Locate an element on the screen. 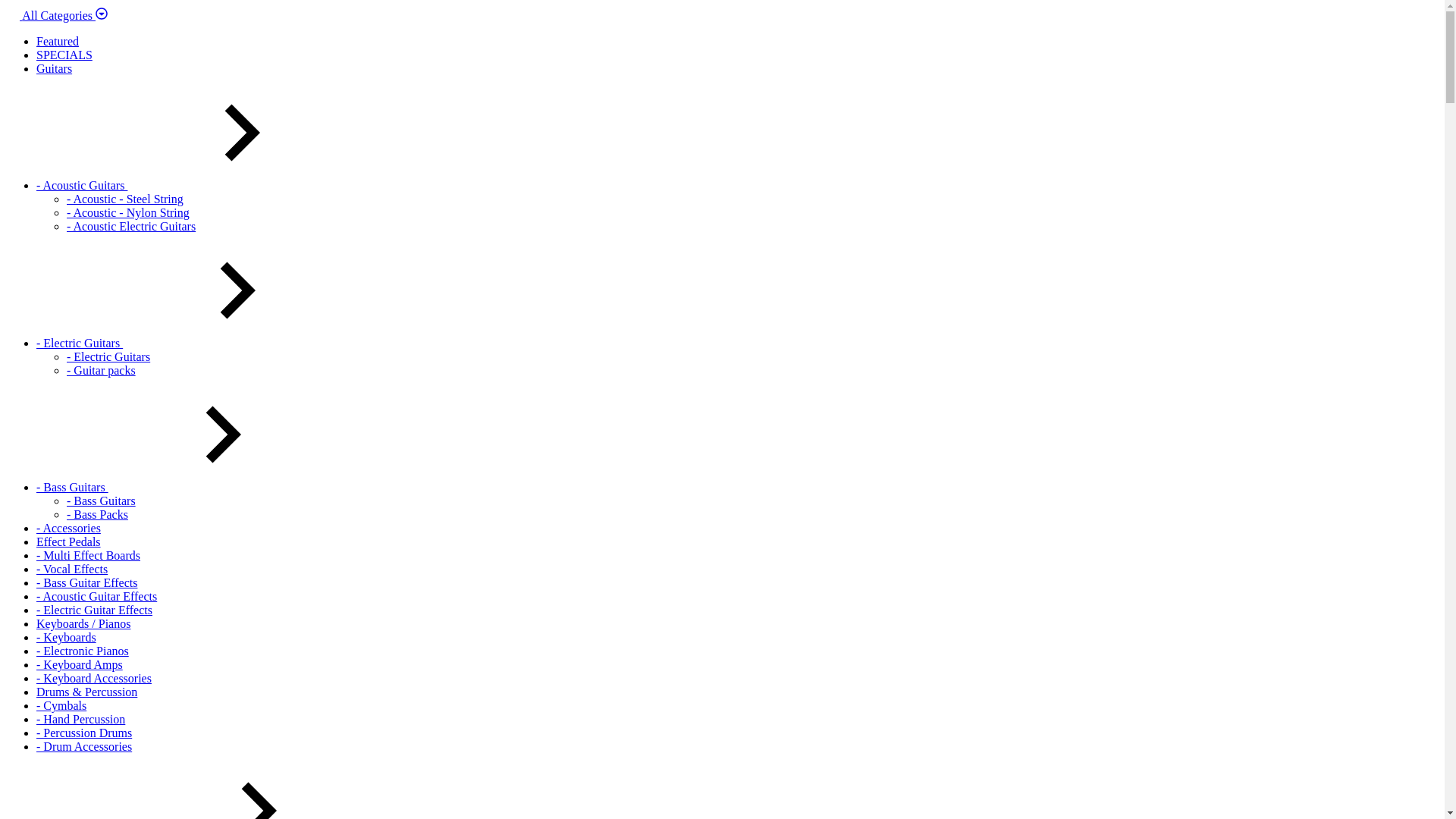 This screenshot has width=1456, height=819. '- Acoustic Guitar Effects' is located at coordinates (96, 595).